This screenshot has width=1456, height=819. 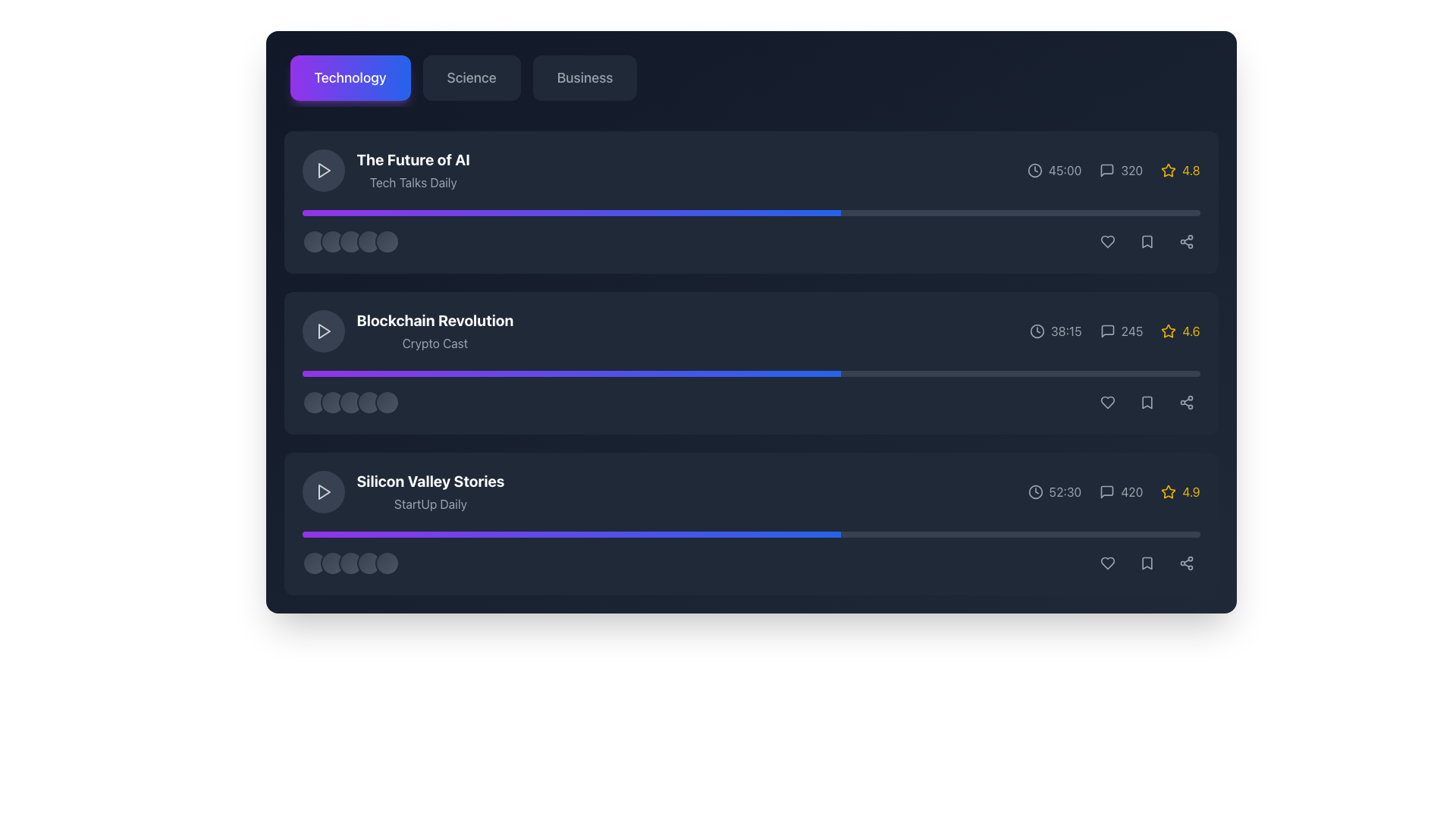 I want to click on the third Avatar in the group located beneath the progress bar in the section labeled 'The Future of AI', so click(x=350, y=241).